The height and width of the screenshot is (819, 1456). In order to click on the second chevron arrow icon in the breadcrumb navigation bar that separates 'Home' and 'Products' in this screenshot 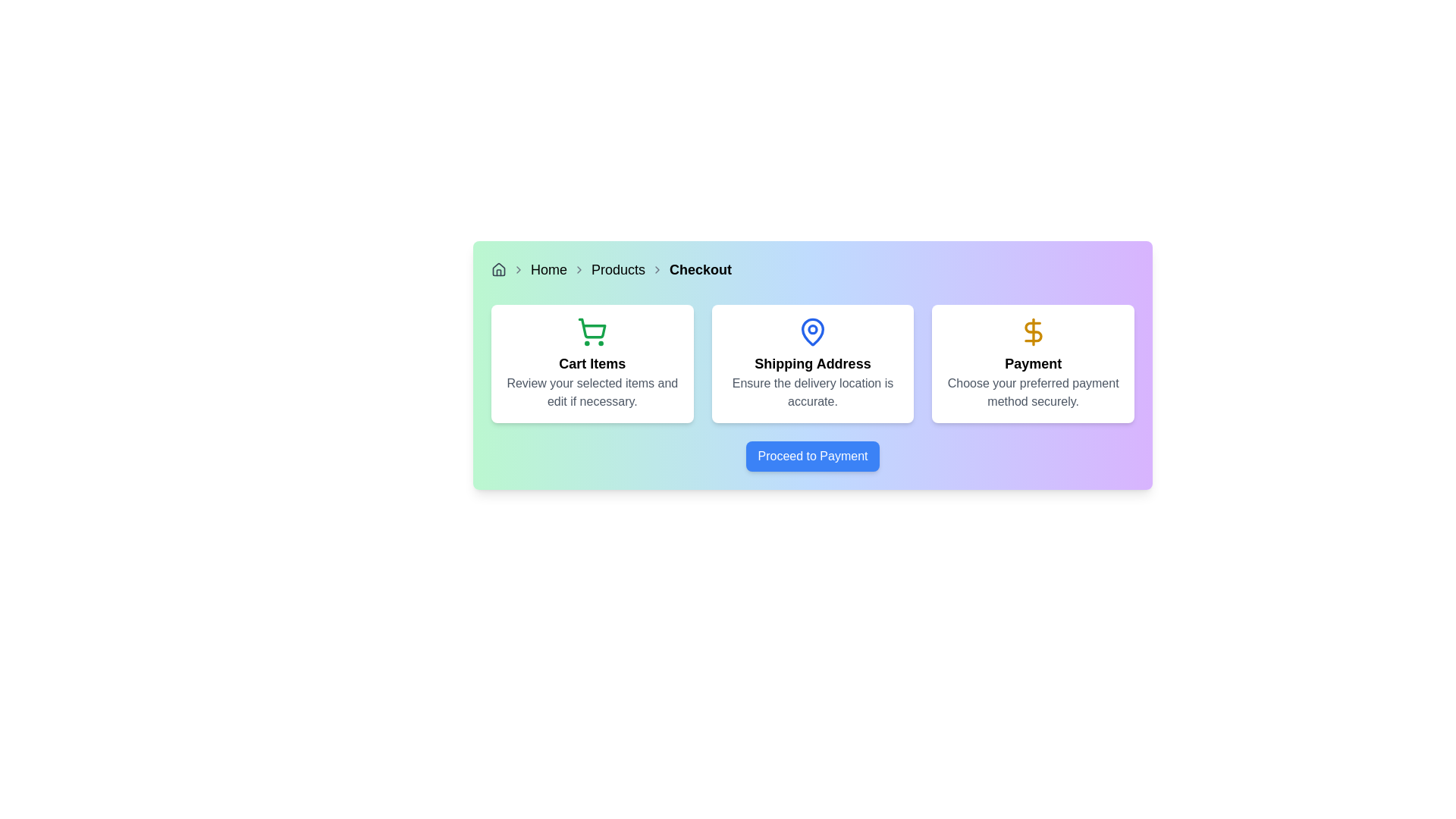, I will do `click(578, 268)`.